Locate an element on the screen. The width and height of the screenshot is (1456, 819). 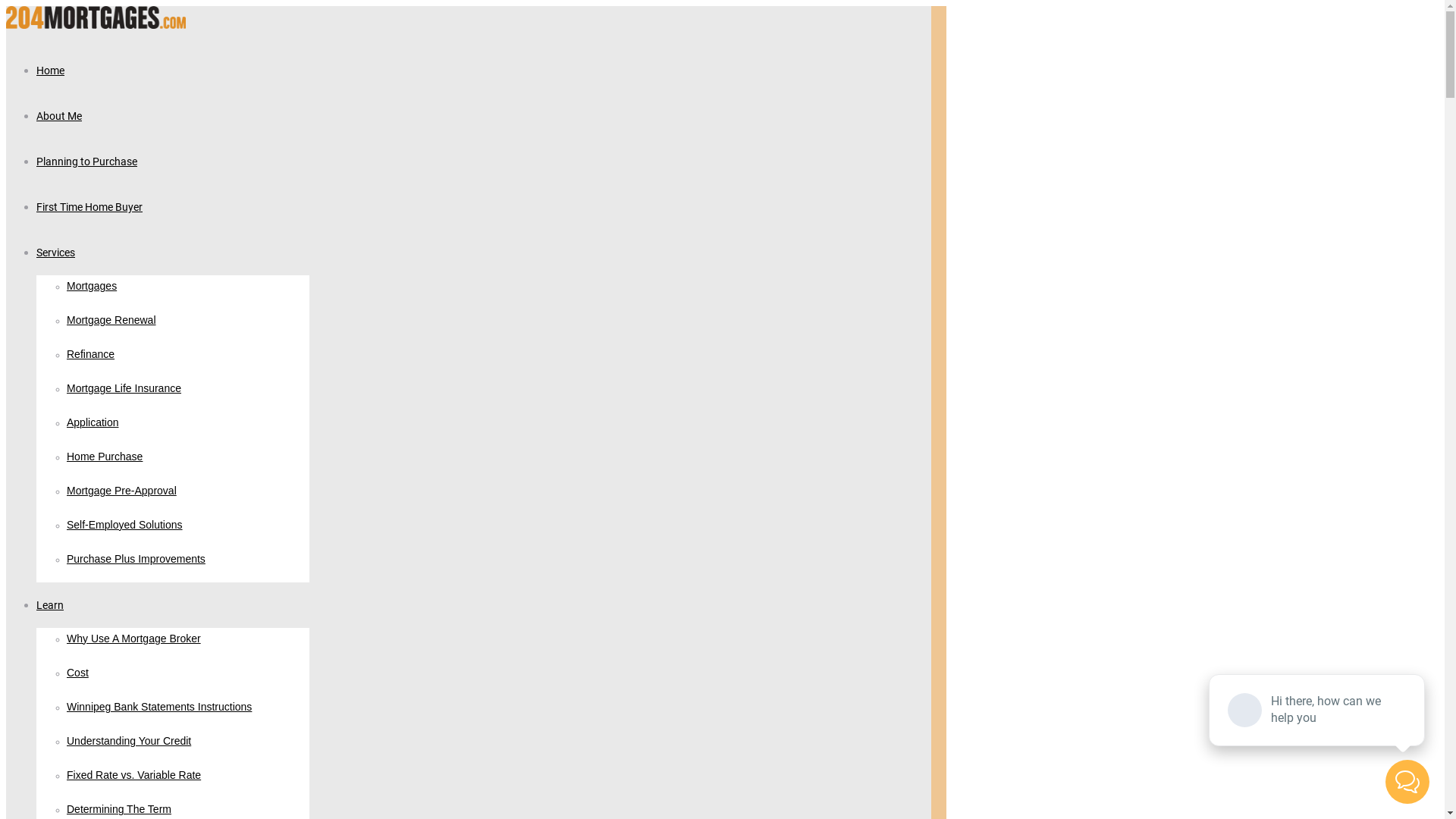
'Winnipeg Bank Statements Instructions' is located at coordinates (159, 708).